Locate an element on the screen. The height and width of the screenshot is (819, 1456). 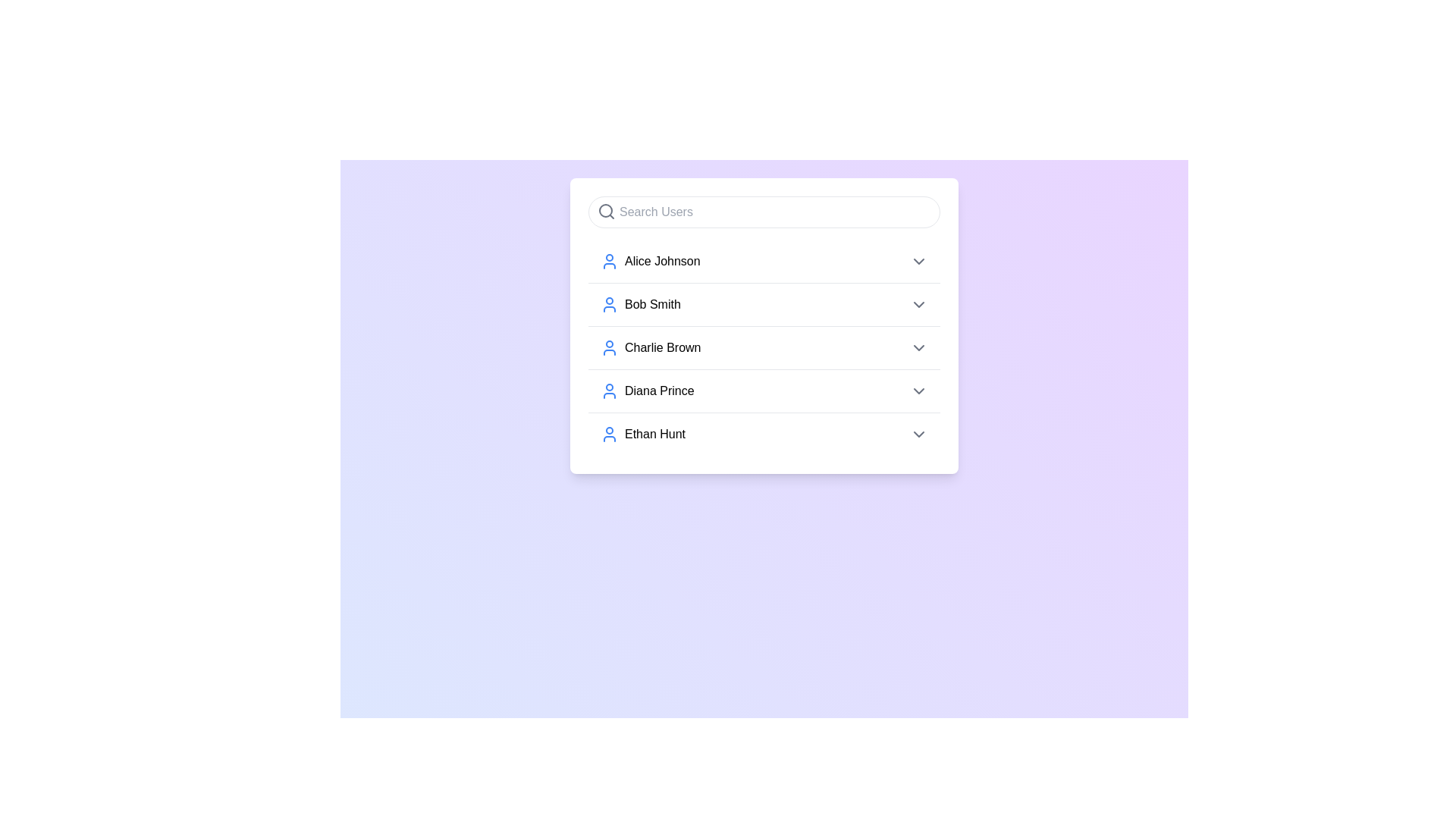
the decorative SVG circle that is part of the search icon, located at the left edge of the search input field in the user list section is located at coordinates (604, 210).